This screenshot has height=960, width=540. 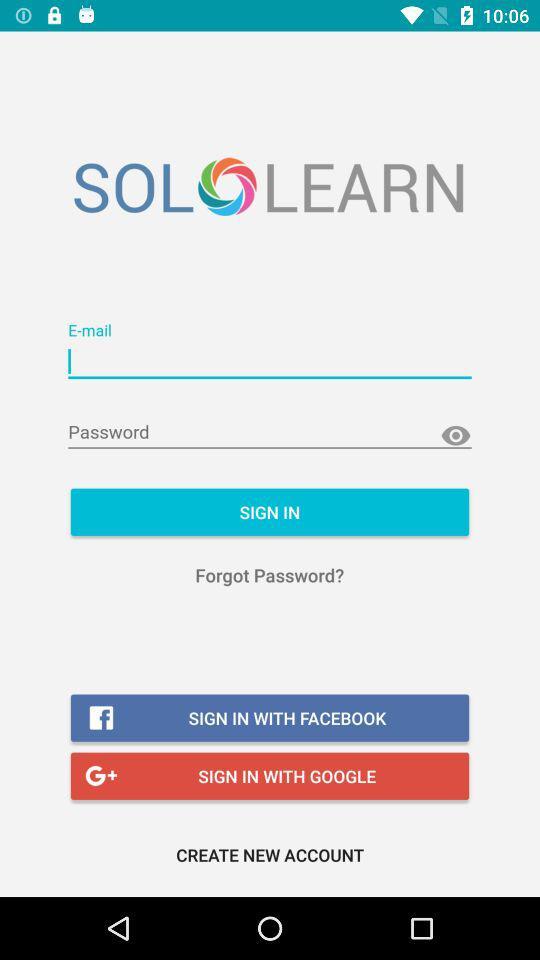 What do you see at coordinates (269, 575) in the screenshot?
I see `item below the sign in icon` at bounding box center [269, 575].